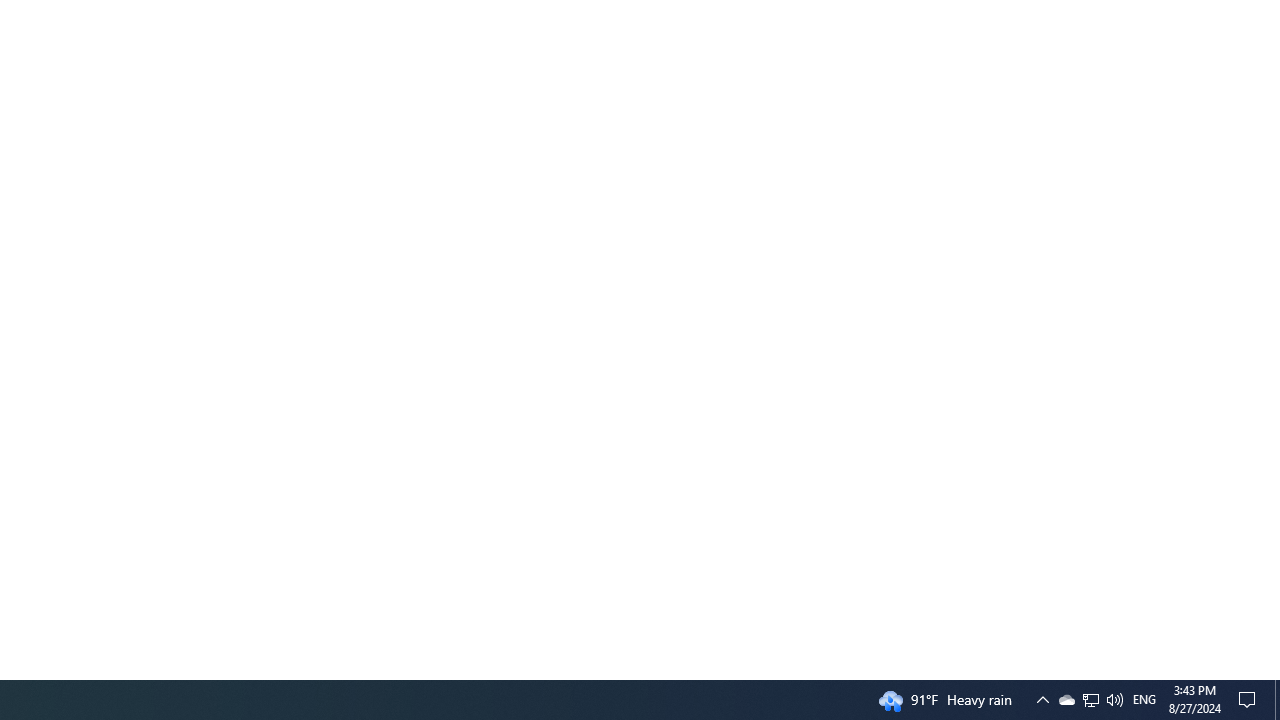  I want to click on 'Action Center, No new notifications', so click(1250, 698).